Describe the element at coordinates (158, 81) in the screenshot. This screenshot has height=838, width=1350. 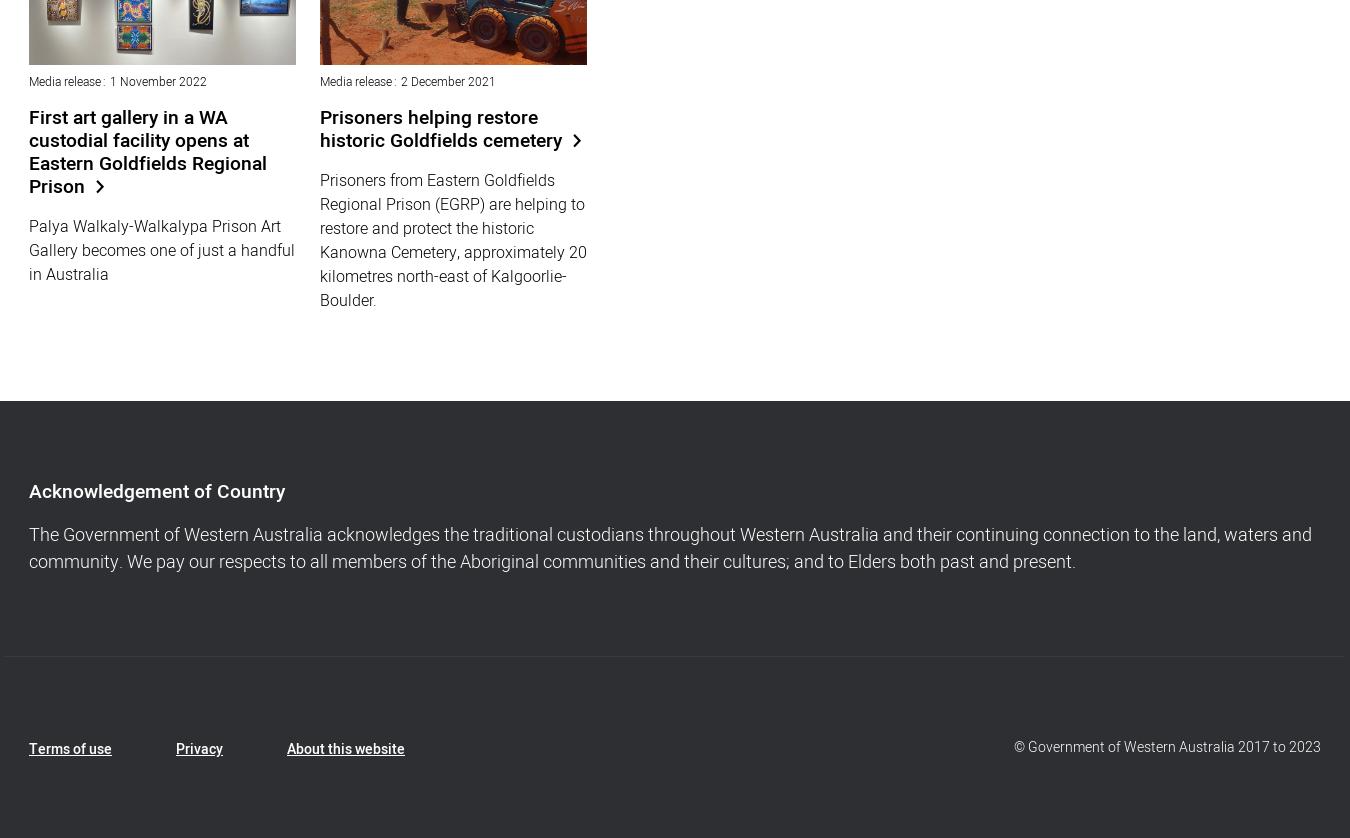
I see `'1 November 2022'` at that location.